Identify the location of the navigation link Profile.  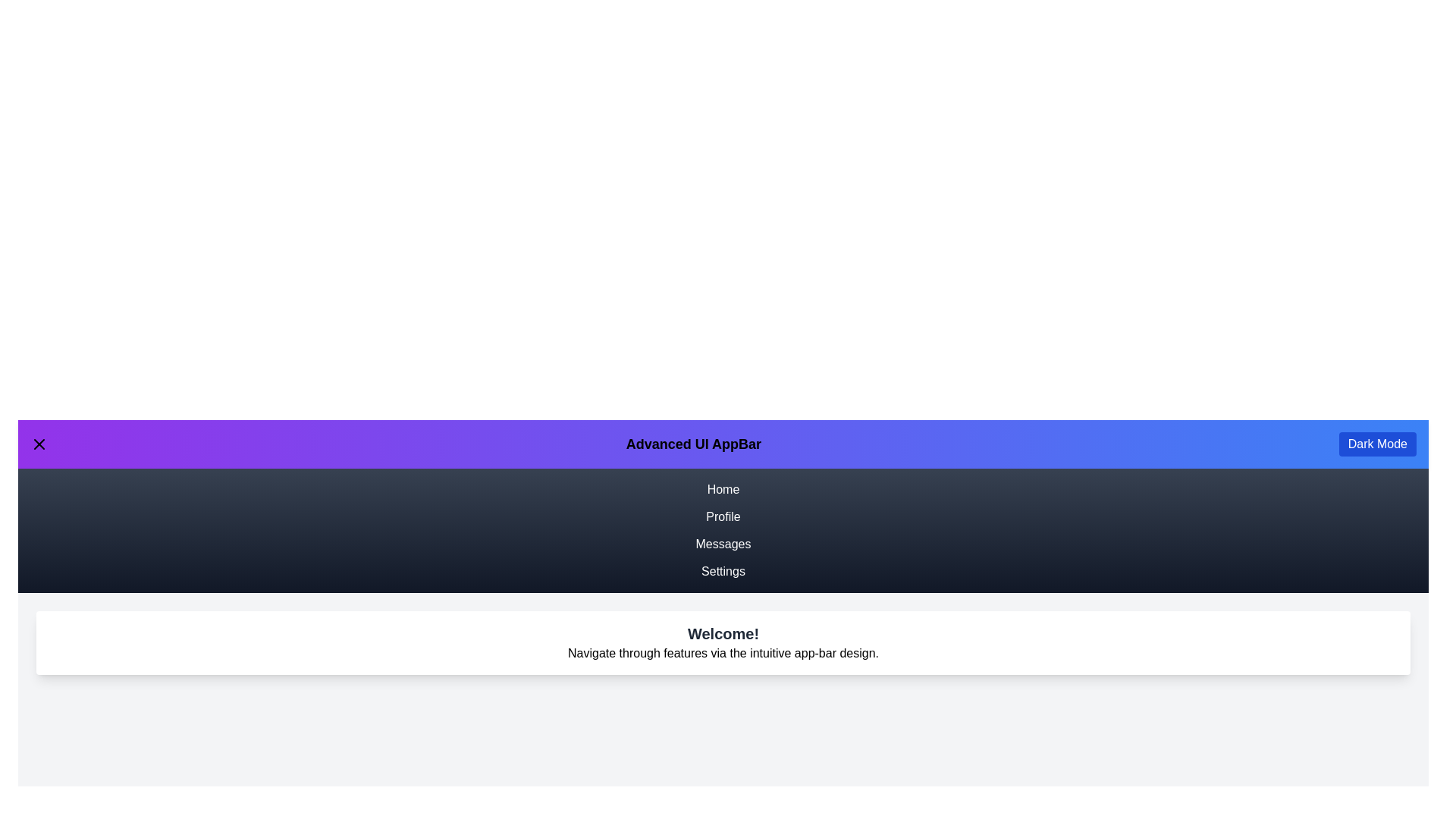
(723, 516).